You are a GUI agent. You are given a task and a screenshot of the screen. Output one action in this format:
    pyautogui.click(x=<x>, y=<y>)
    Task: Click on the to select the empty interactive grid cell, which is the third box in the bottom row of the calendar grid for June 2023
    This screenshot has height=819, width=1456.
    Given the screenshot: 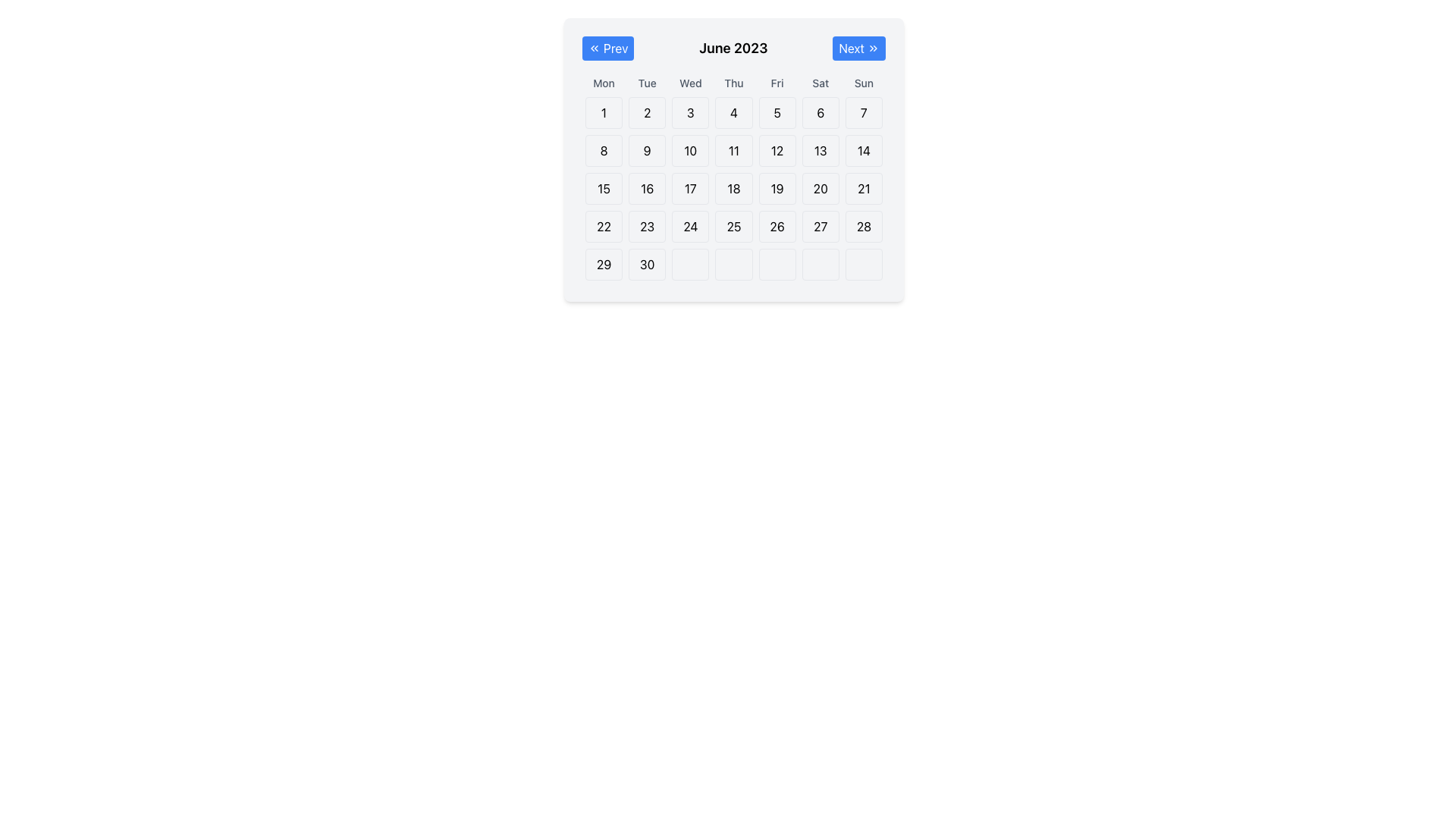 What is the action you would take?
    pyautogui.click(x=689, y=263)
    